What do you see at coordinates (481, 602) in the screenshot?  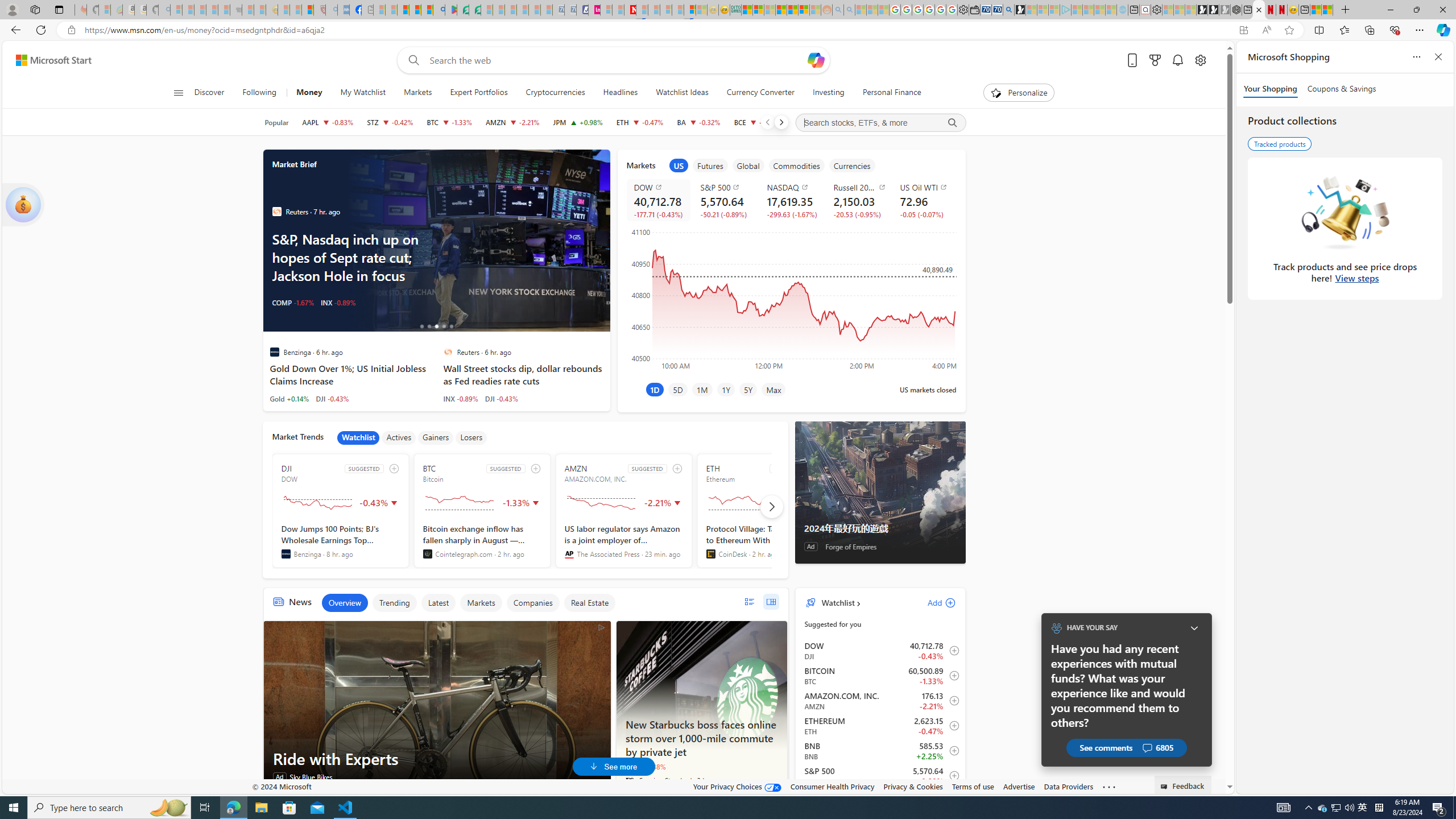 I see `'Markets'` at bounding box center [481, 602].